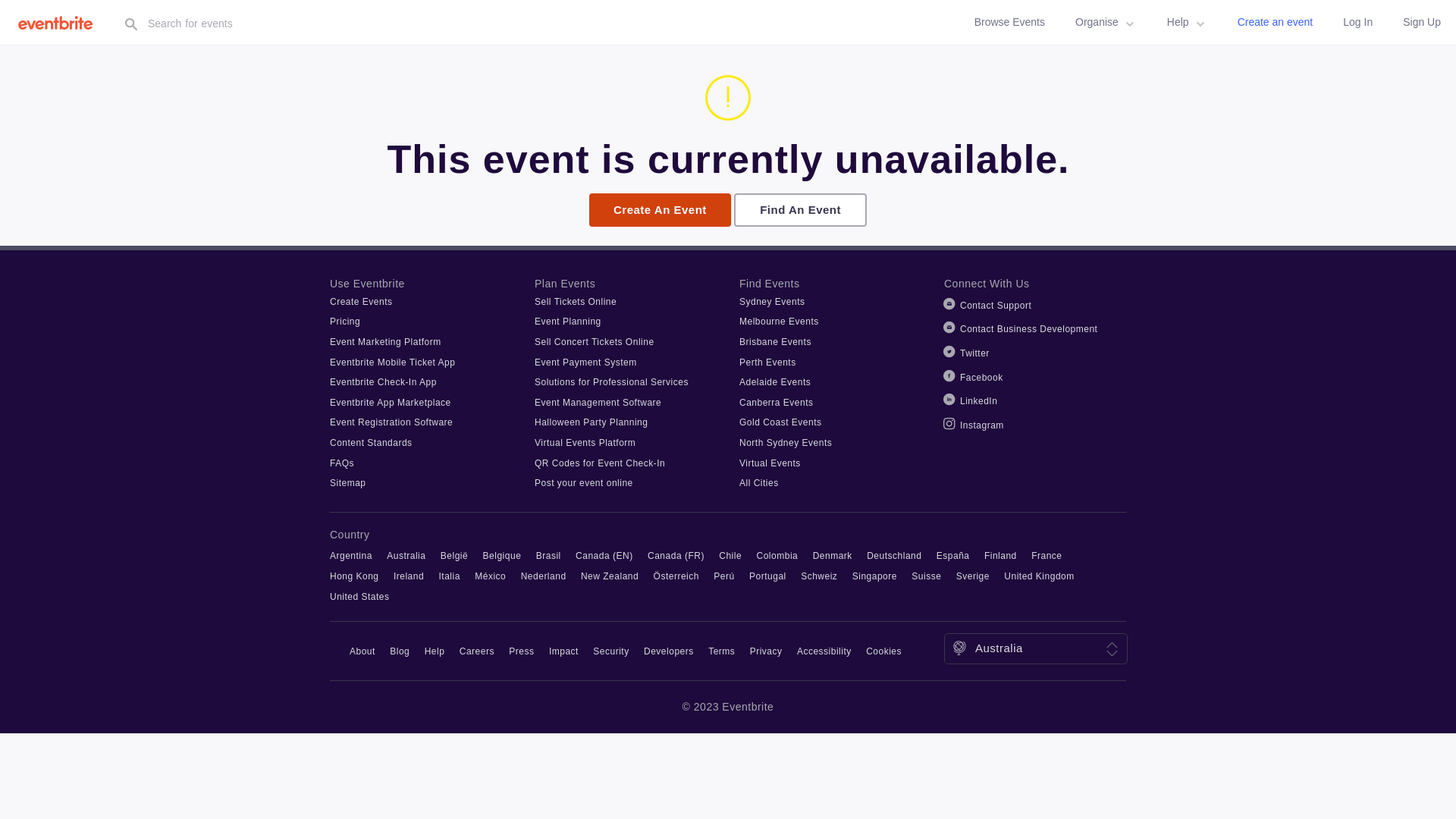  What do you see at coordinates (563, 651) in the screenshot?
I see `'Impact'` at bounding box center [563, 651].